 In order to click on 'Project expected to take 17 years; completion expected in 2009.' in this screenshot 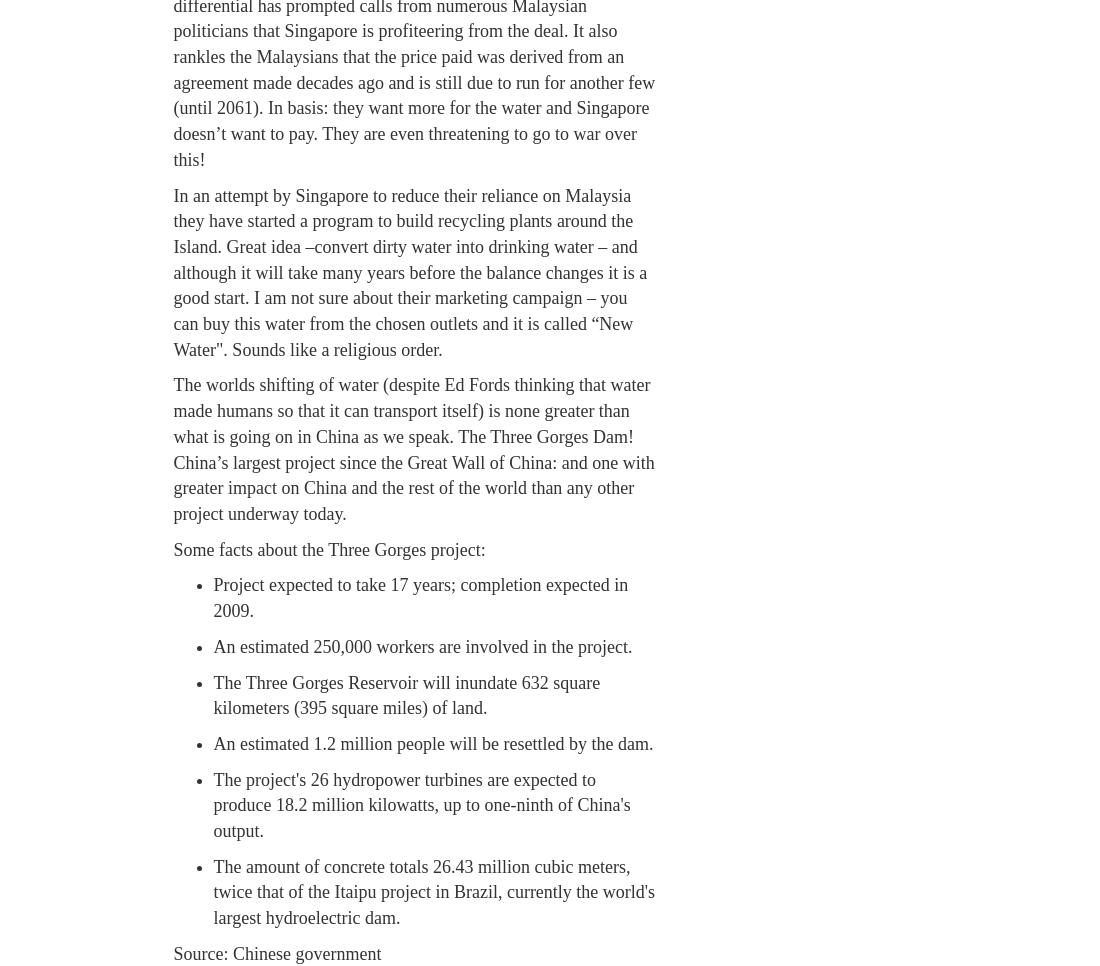, I will do `click(419, 597)`.